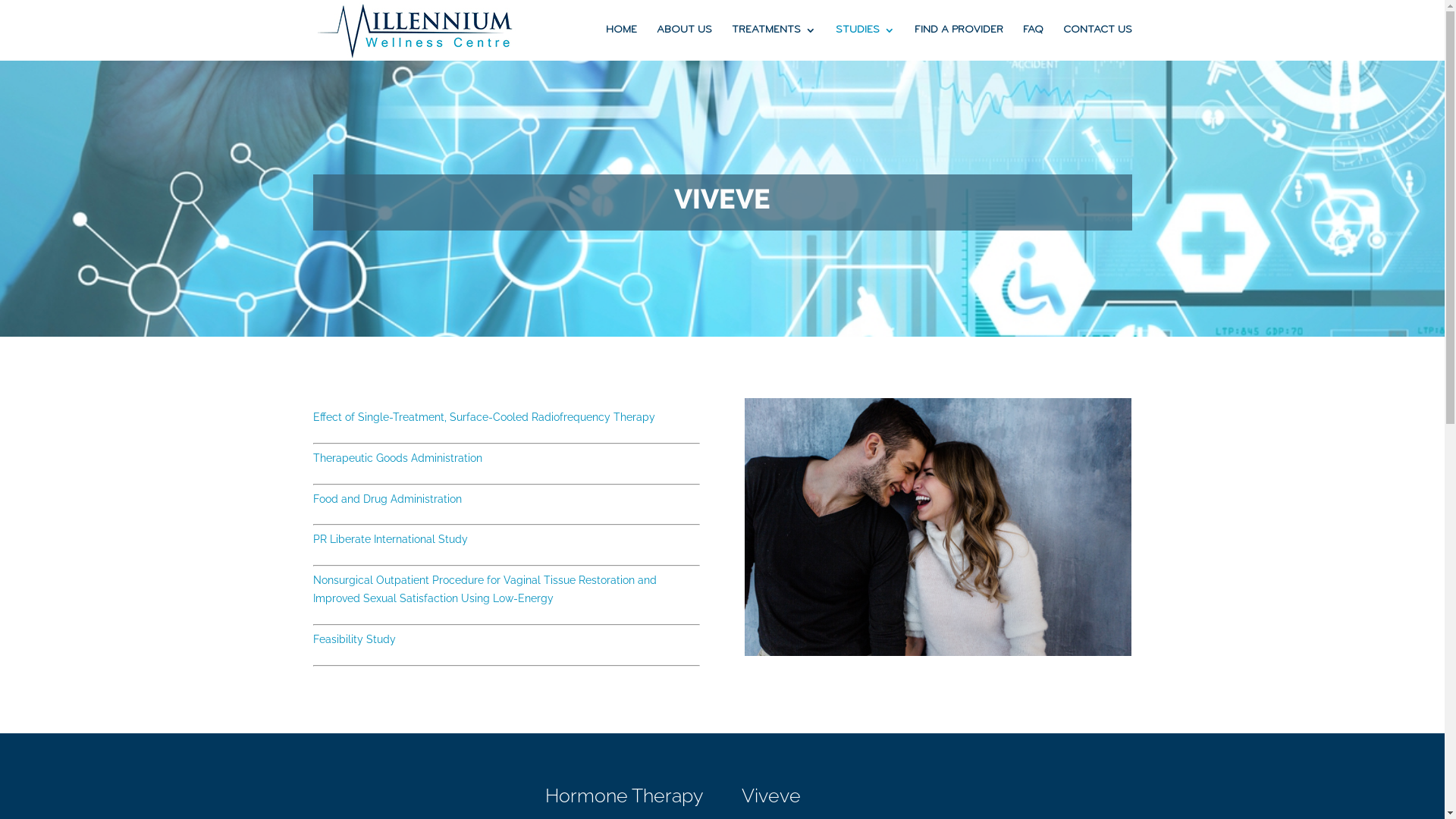  What do you see at coordinates (773, 42) in the screenshot?
I see `'TREATMENTS'` at bounding box center [773, 42].